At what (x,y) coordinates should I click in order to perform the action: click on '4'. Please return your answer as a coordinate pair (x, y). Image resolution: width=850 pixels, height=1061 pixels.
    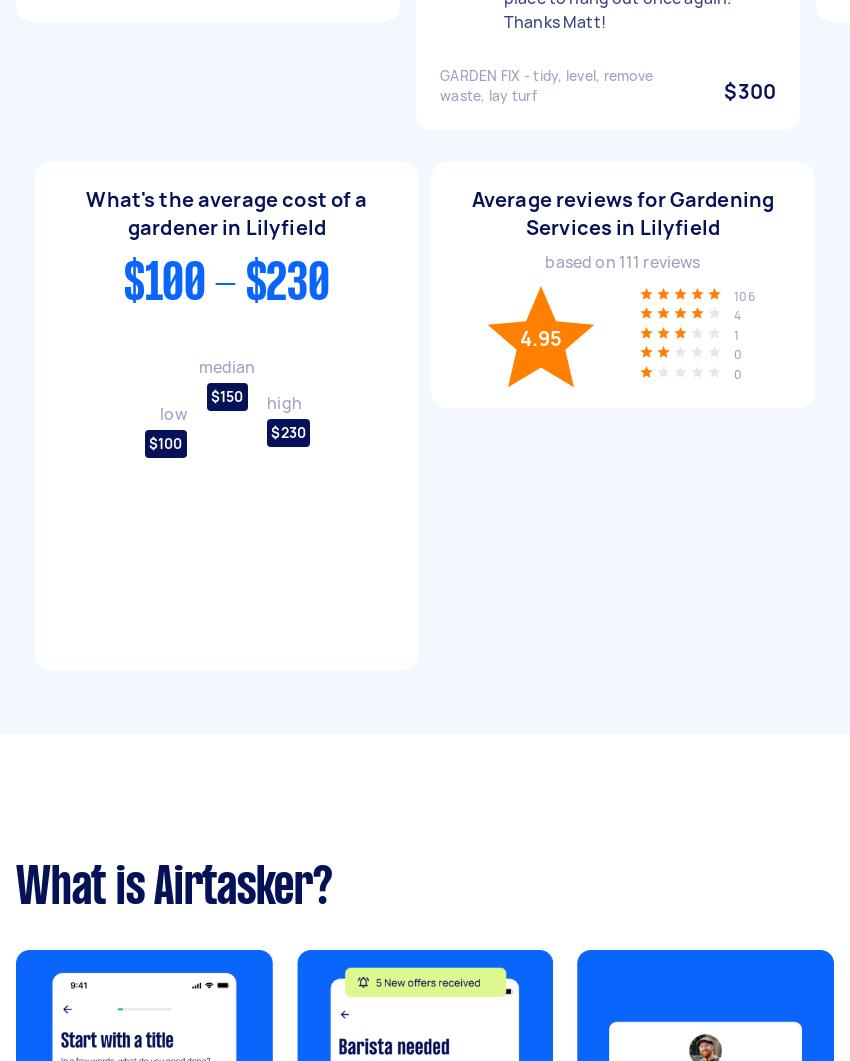
    Looking at the image, I should click on (737, 314).